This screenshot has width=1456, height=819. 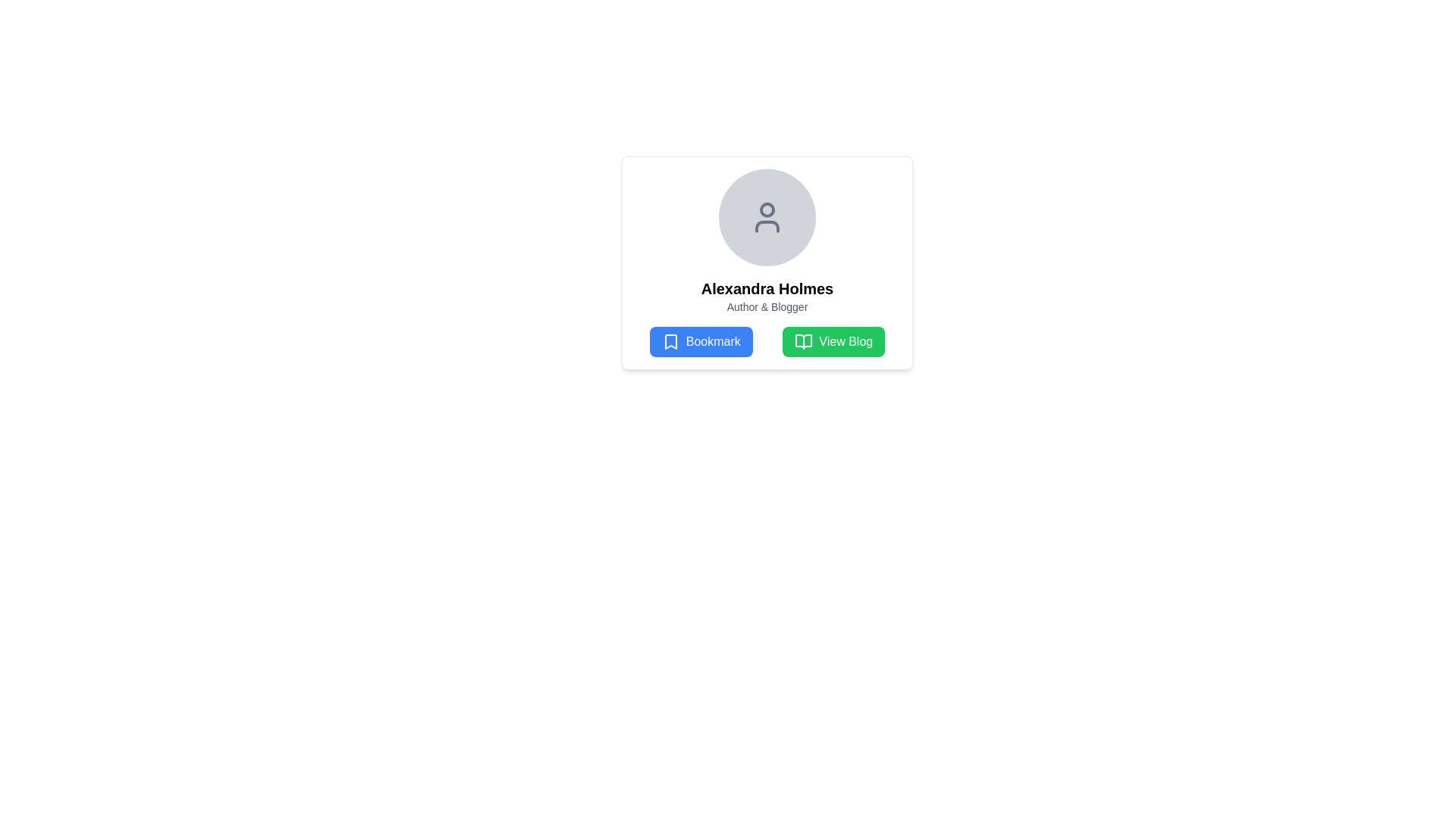 I want to click on the 'View Blog' button, which has a green background, white text, and an open book icon, so click(x=833, y=342).